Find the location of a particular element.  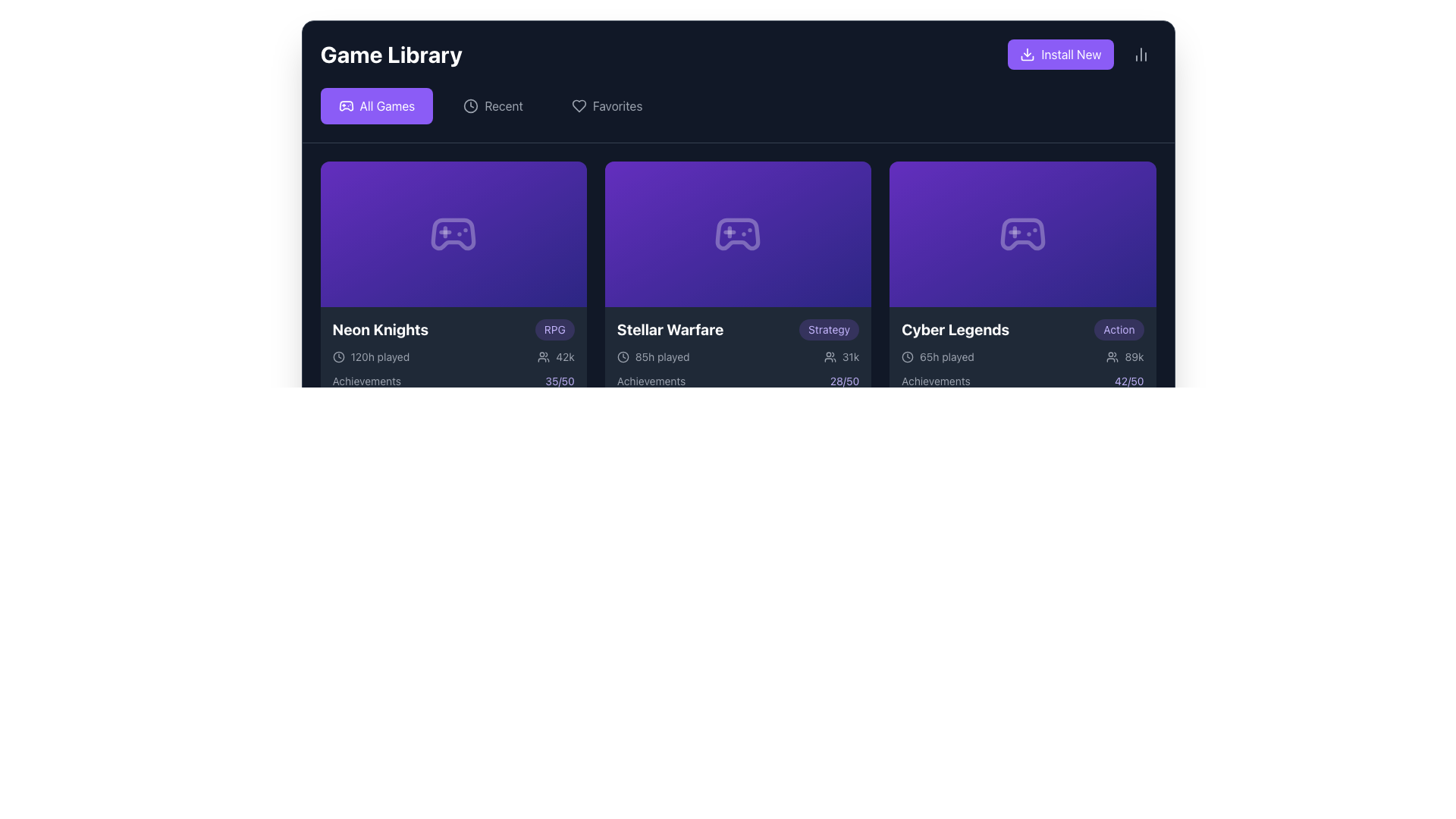

the 'Recent' button, which is visually represented by the clock icon located to the left of the text 'Recent' in the top navigation bar is located at coordinates (470, 105).